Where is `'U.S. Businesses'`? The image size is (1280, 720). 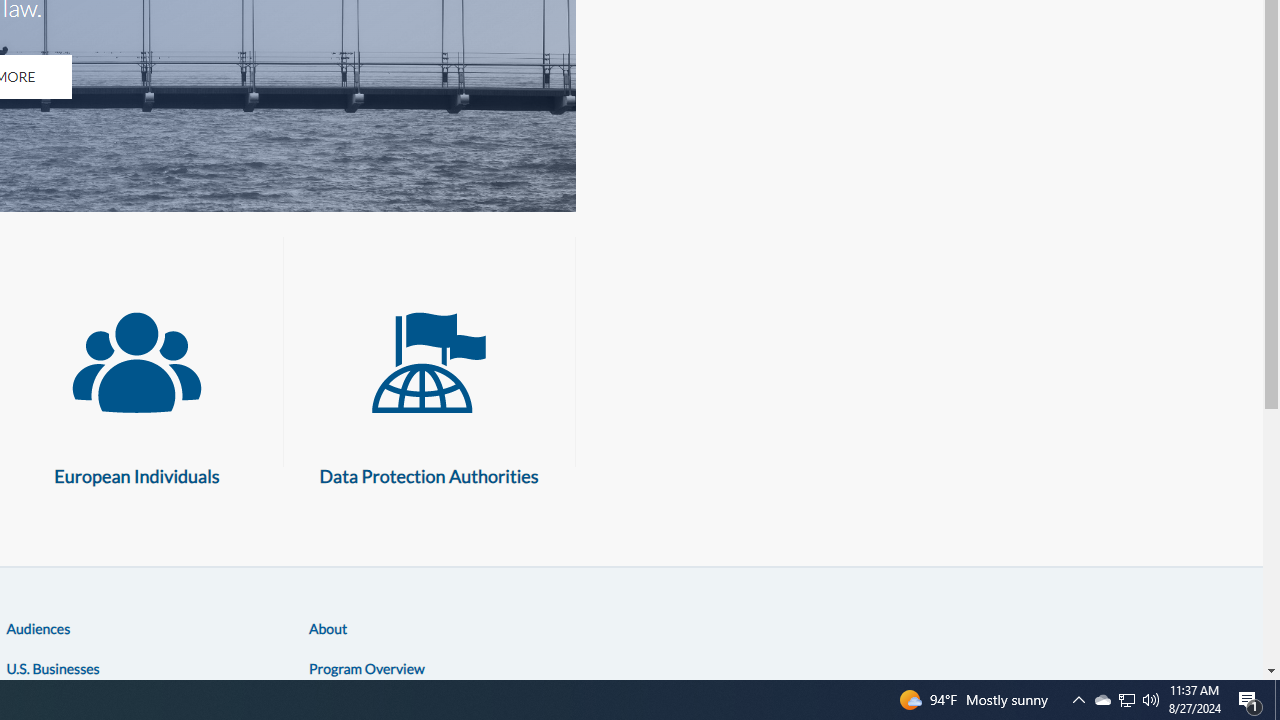 'U.S. Businesses' is located at coordinates (53, 667).